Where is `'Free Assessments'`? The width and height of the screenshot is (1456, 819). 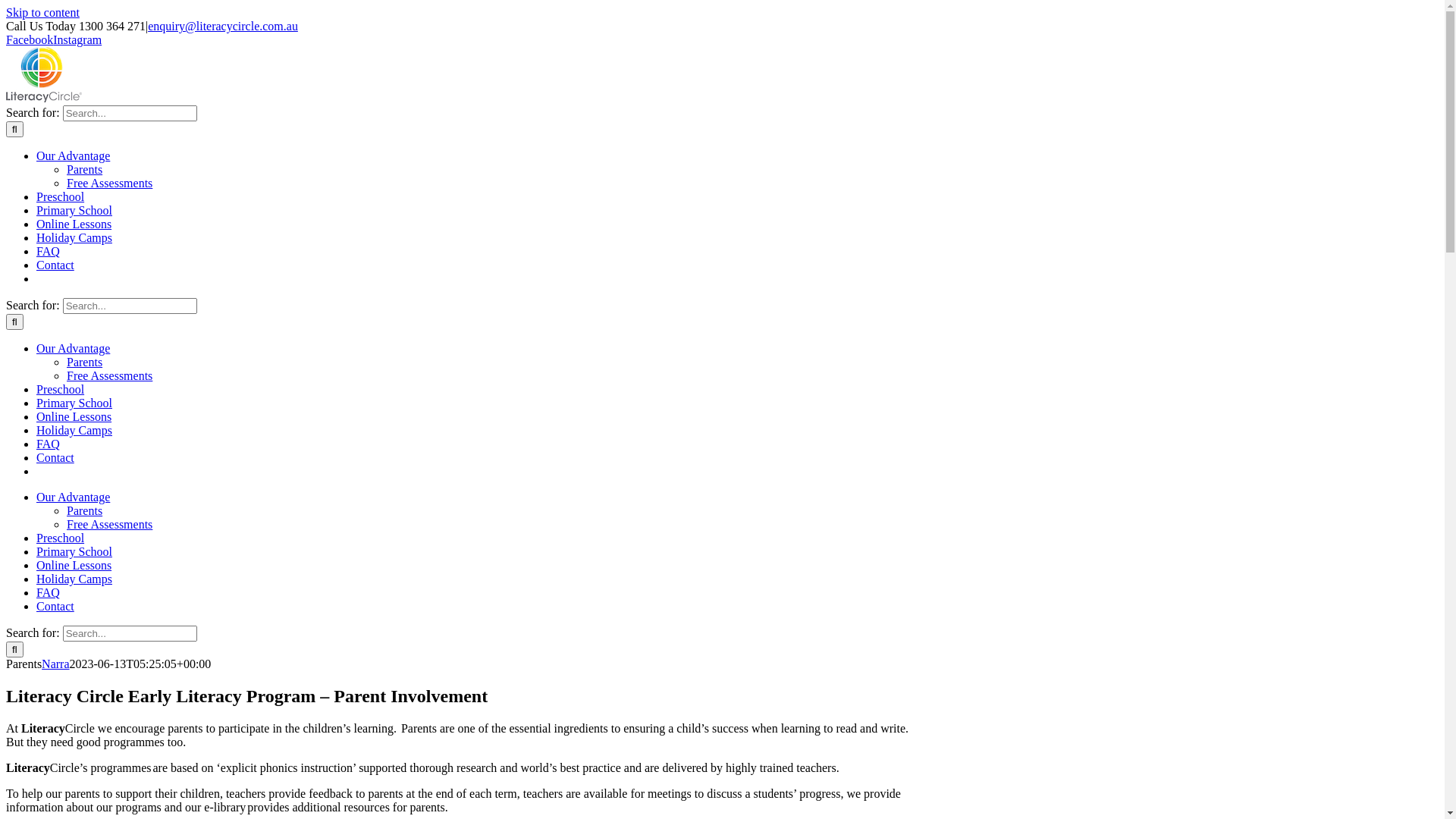 'Free Assessments' is located at coordinates (108, 523).